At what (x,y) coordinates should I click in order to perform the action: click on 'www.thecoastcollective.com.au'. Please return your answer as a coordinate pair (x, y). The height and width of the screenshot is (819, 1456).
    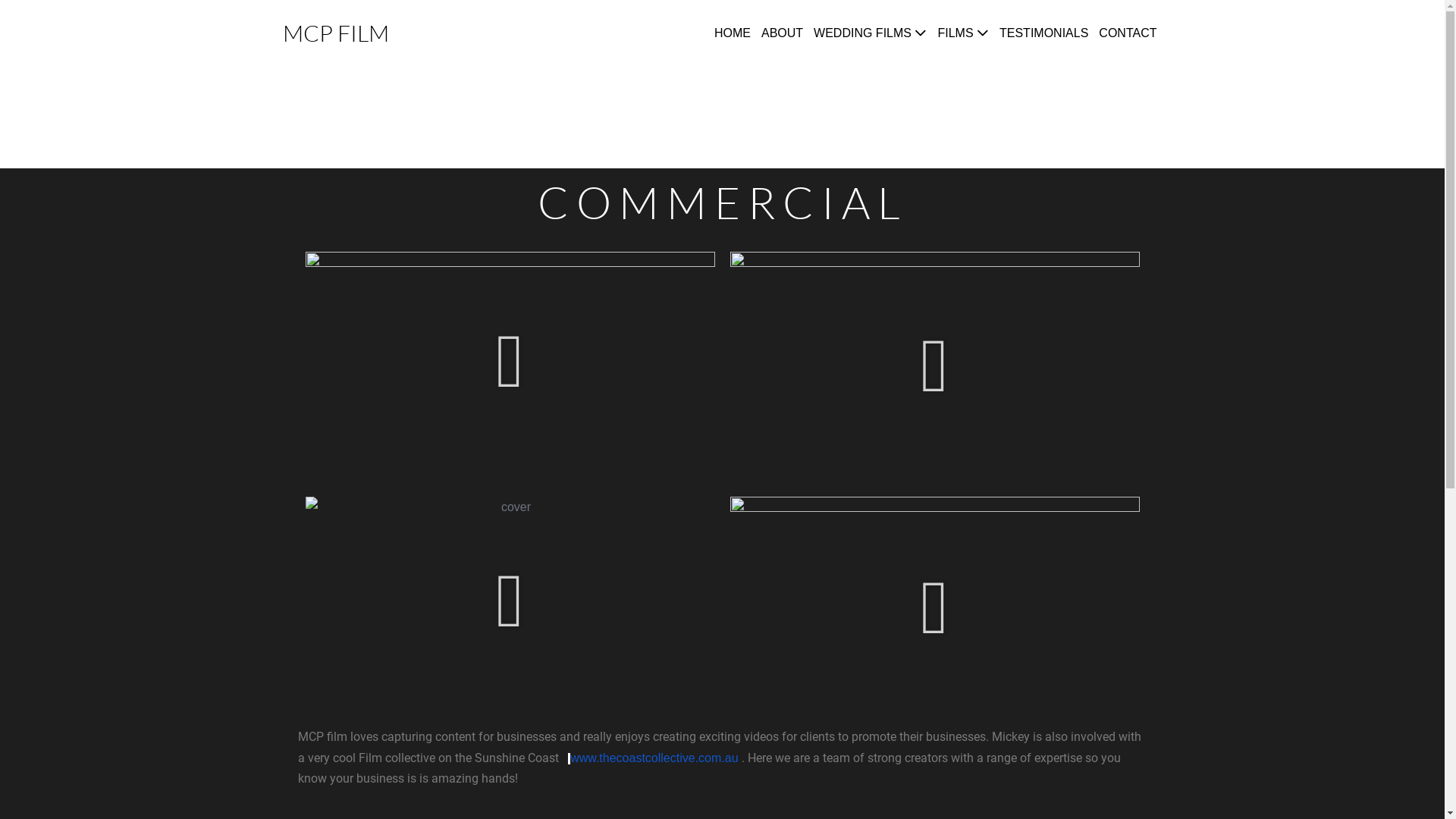
    Looking at the image, I should click on (654, 757).